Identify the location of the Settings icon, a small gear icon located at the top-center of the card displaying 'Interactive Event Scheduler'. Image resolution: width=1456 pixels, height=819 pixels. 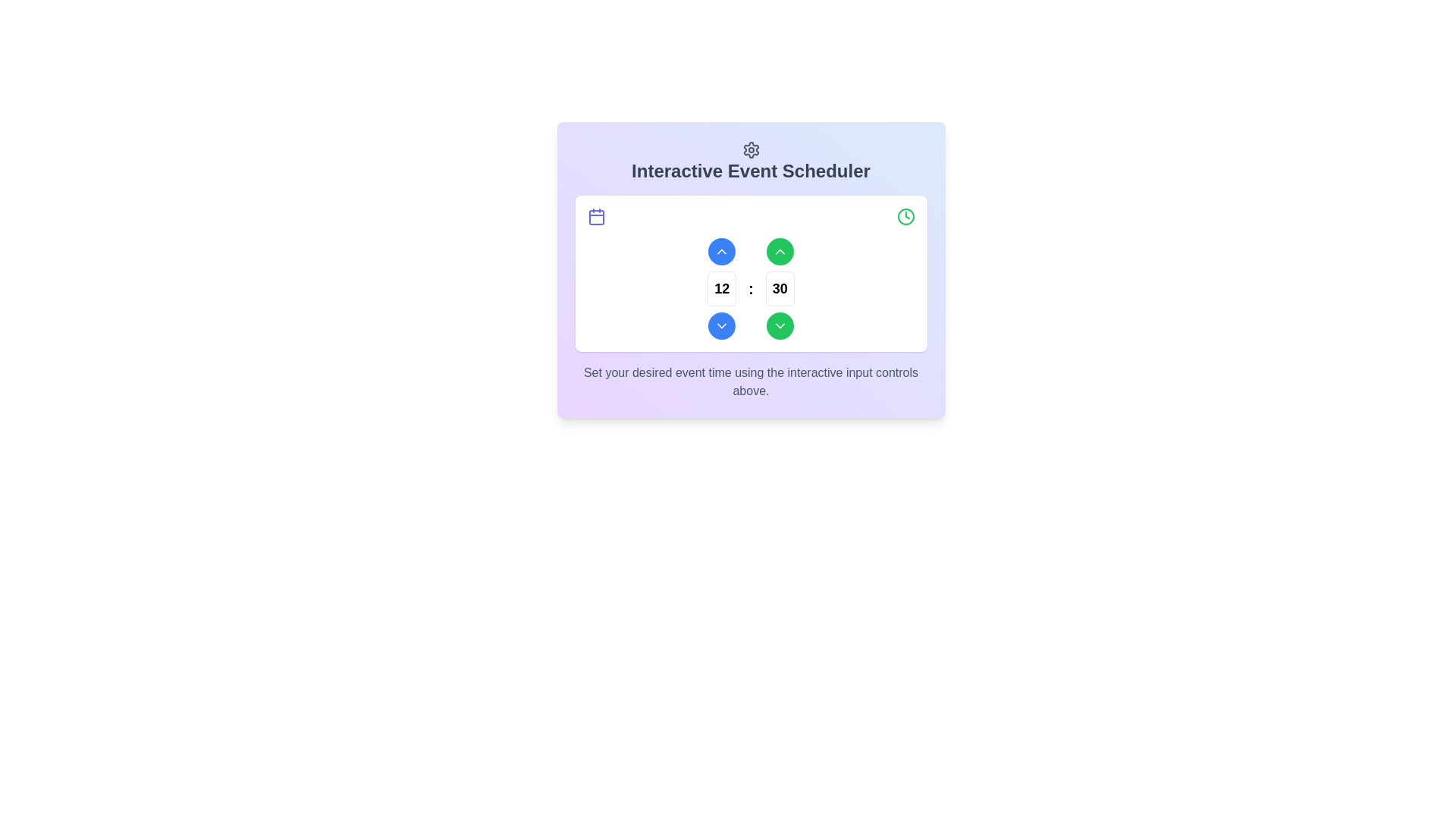
(751, 149).